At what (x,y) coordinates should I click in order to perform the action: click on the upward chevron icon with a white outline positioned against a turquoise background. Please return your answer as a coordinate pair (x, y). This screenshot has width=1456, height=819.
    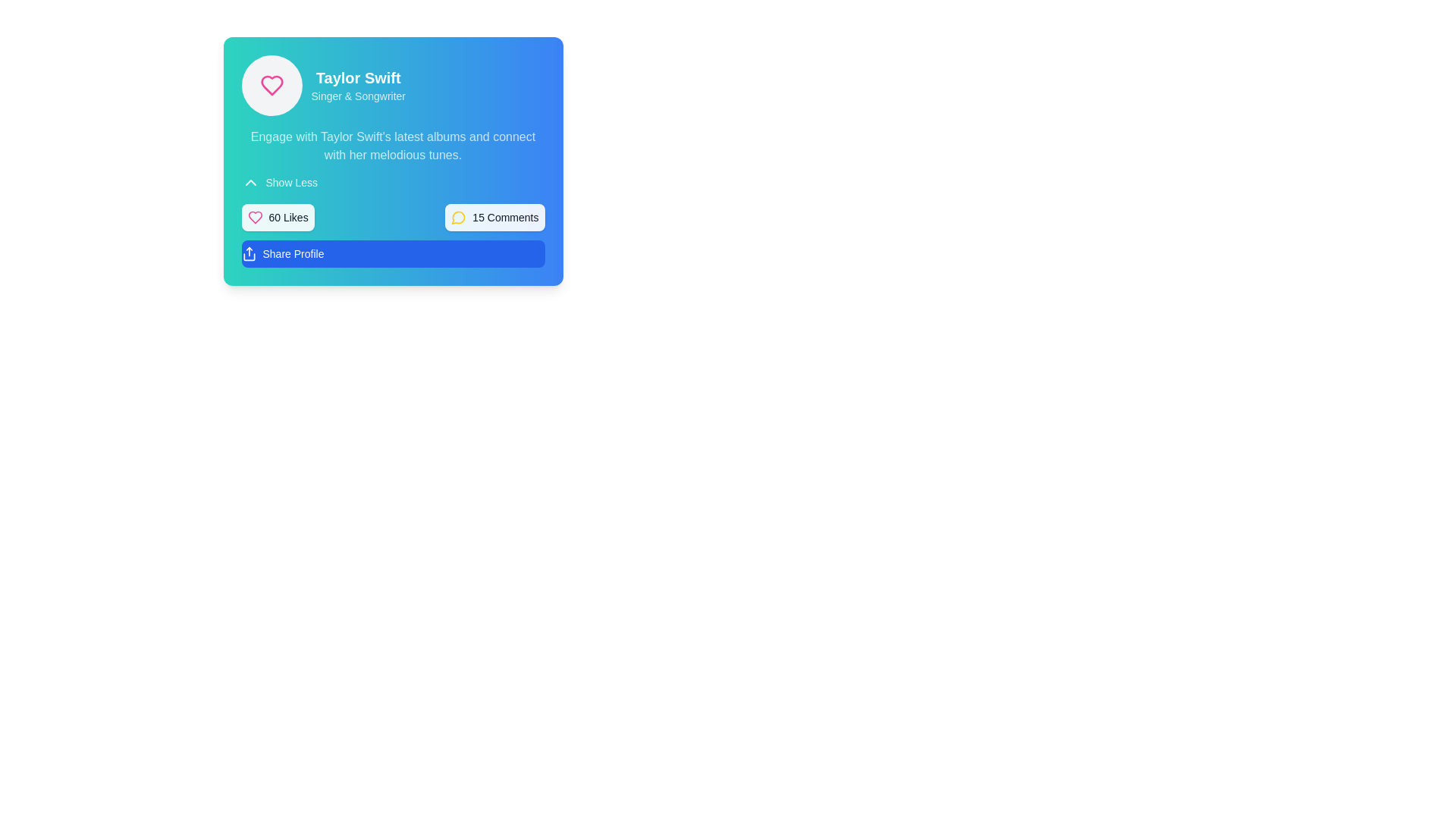
    Looking at the image, I should click on (250, 181).